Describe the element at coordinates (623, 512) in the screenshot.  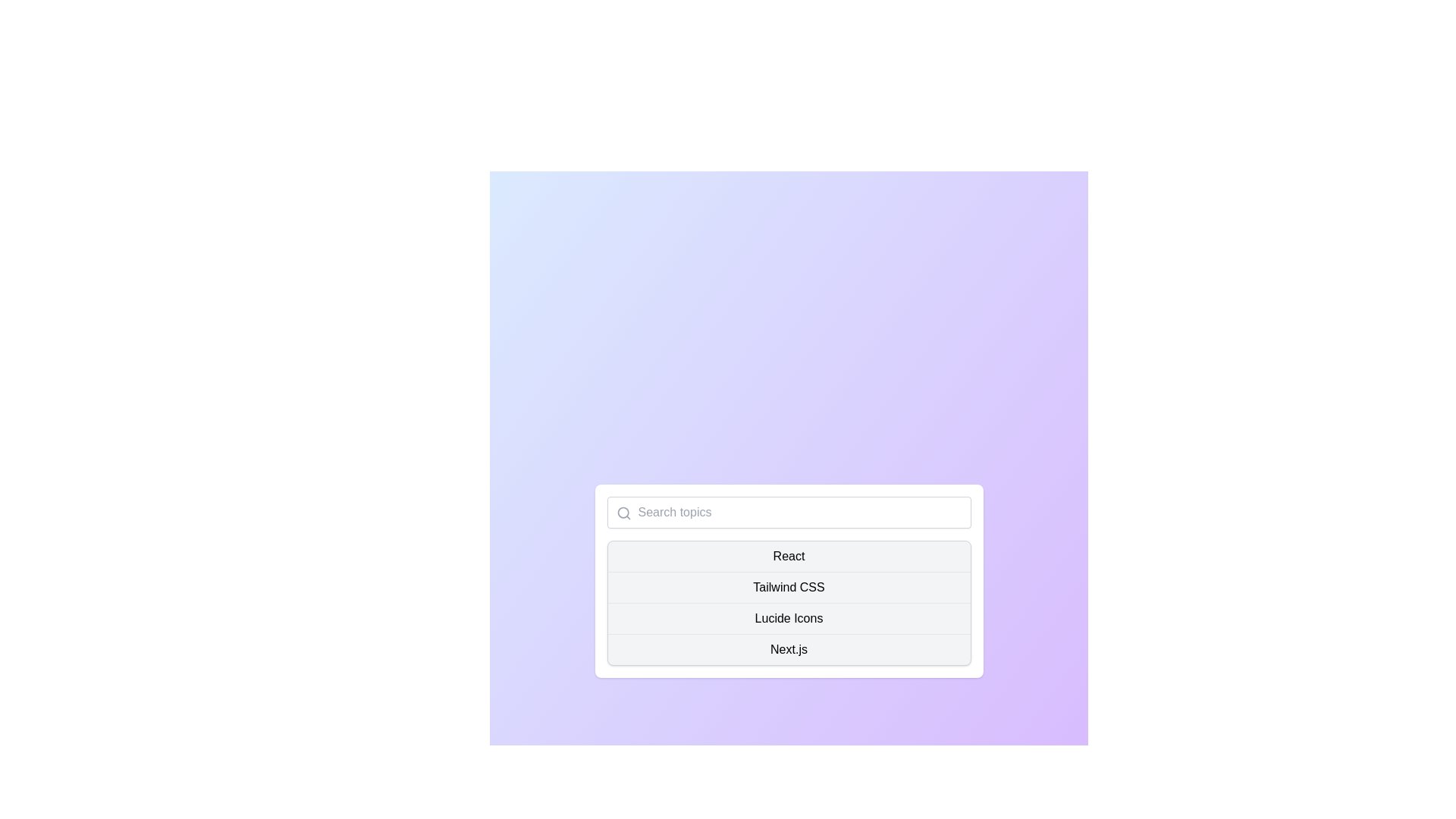
I see `the search icon, which is an SVG representation of a magnifying glass located inside the search bar at the left side` at that location.